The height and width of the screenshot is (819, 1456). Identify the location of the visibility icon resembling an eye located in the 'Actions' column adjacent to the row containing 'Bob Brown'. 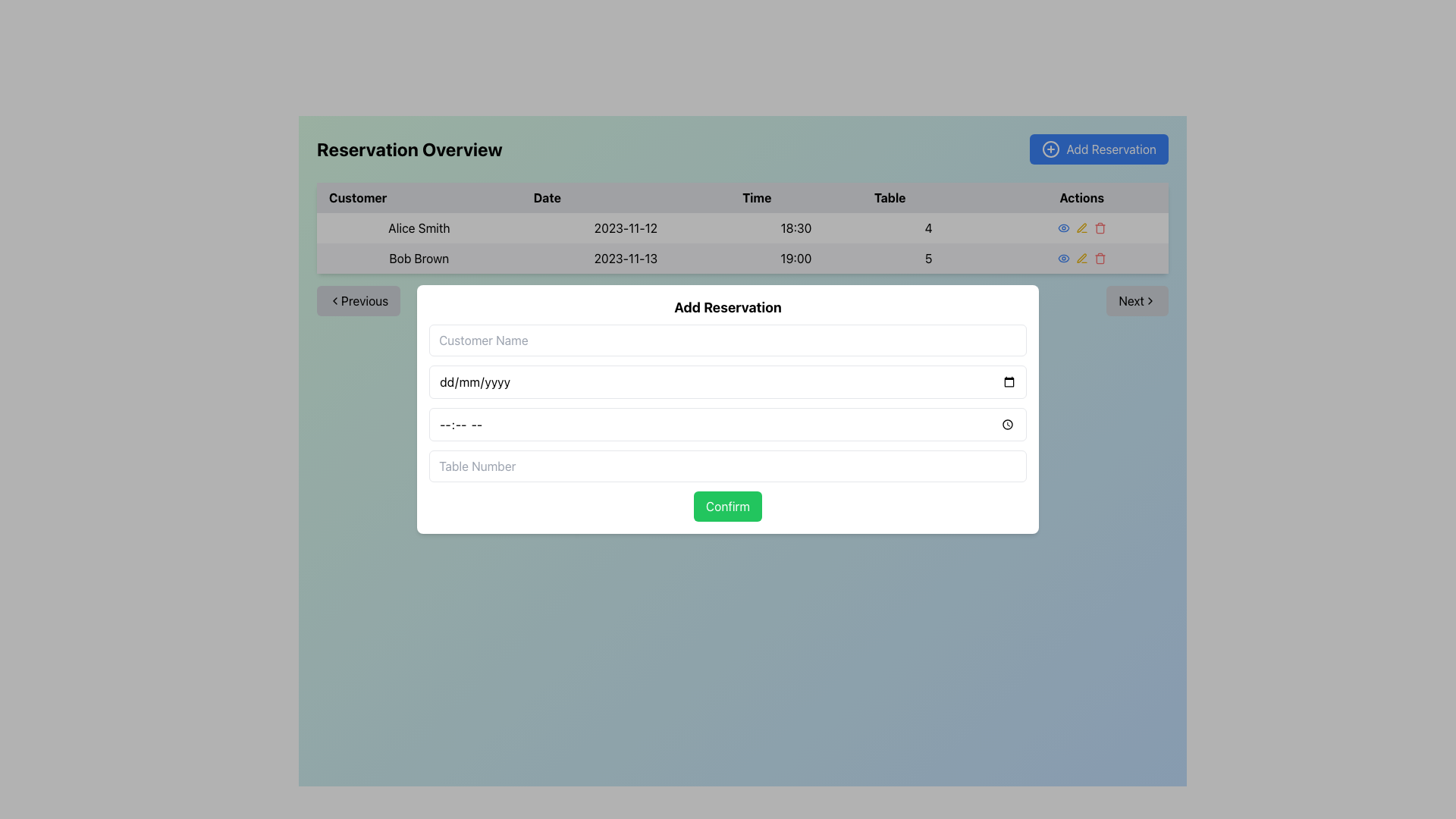
(1062, 257).